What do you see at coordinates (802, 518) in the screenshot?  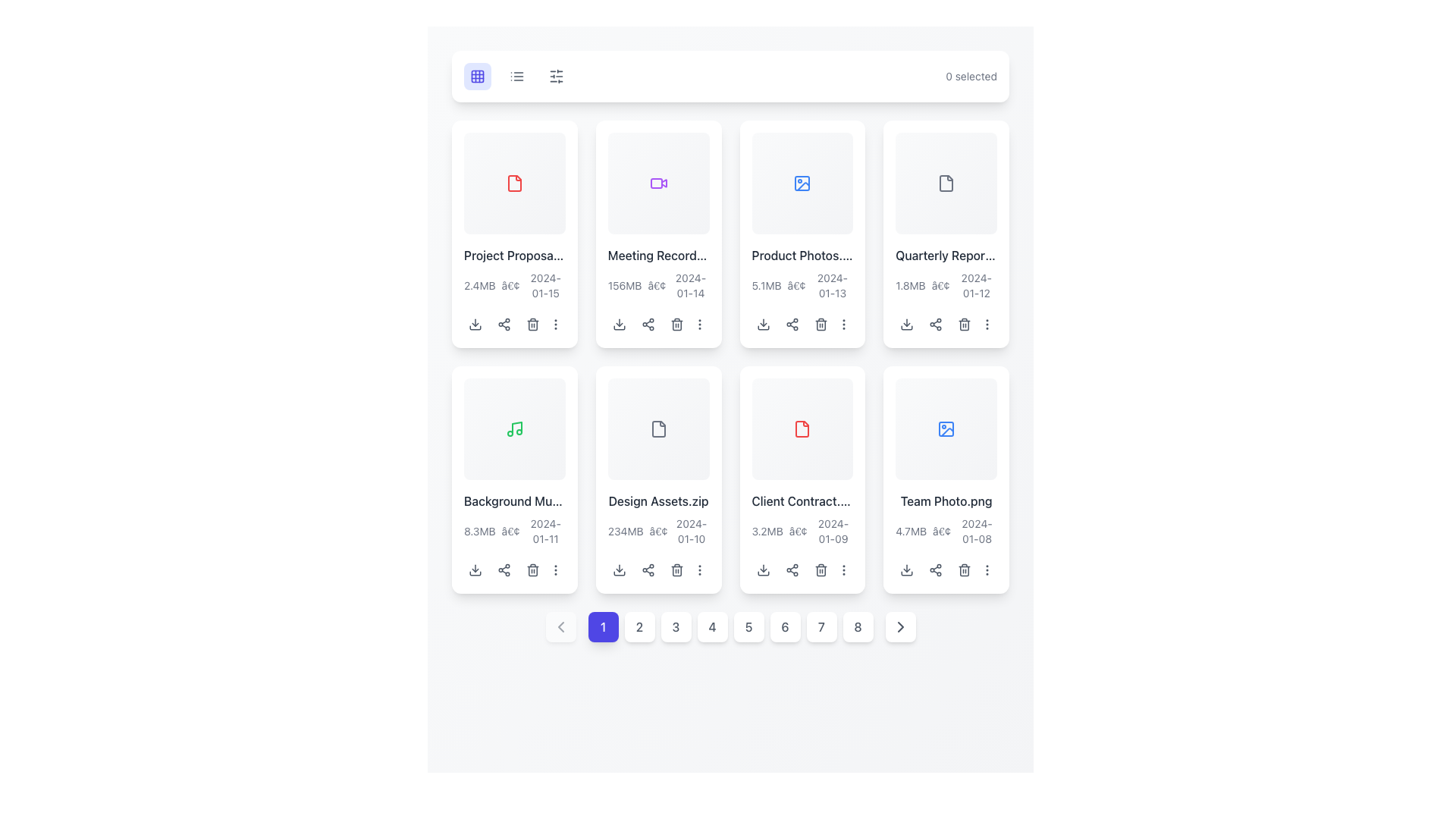 I see `the text display that shows file details, located in the sixth card of the second row, which includes a red document icon above the text` at bounding box center [802, 518].